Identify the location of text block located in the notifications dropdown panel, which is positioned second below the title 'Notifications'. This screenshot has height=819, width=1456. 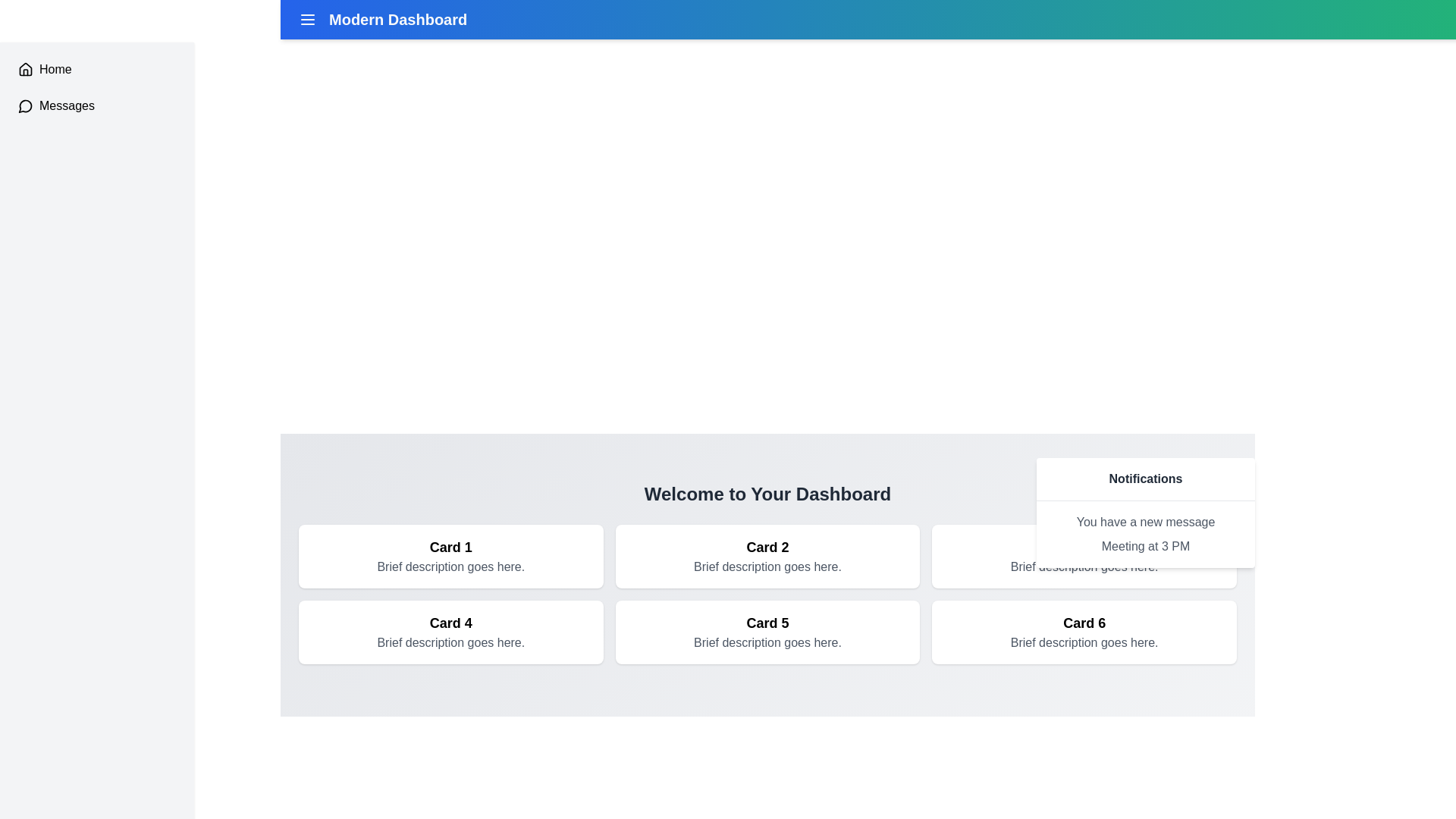
(1146, 534).